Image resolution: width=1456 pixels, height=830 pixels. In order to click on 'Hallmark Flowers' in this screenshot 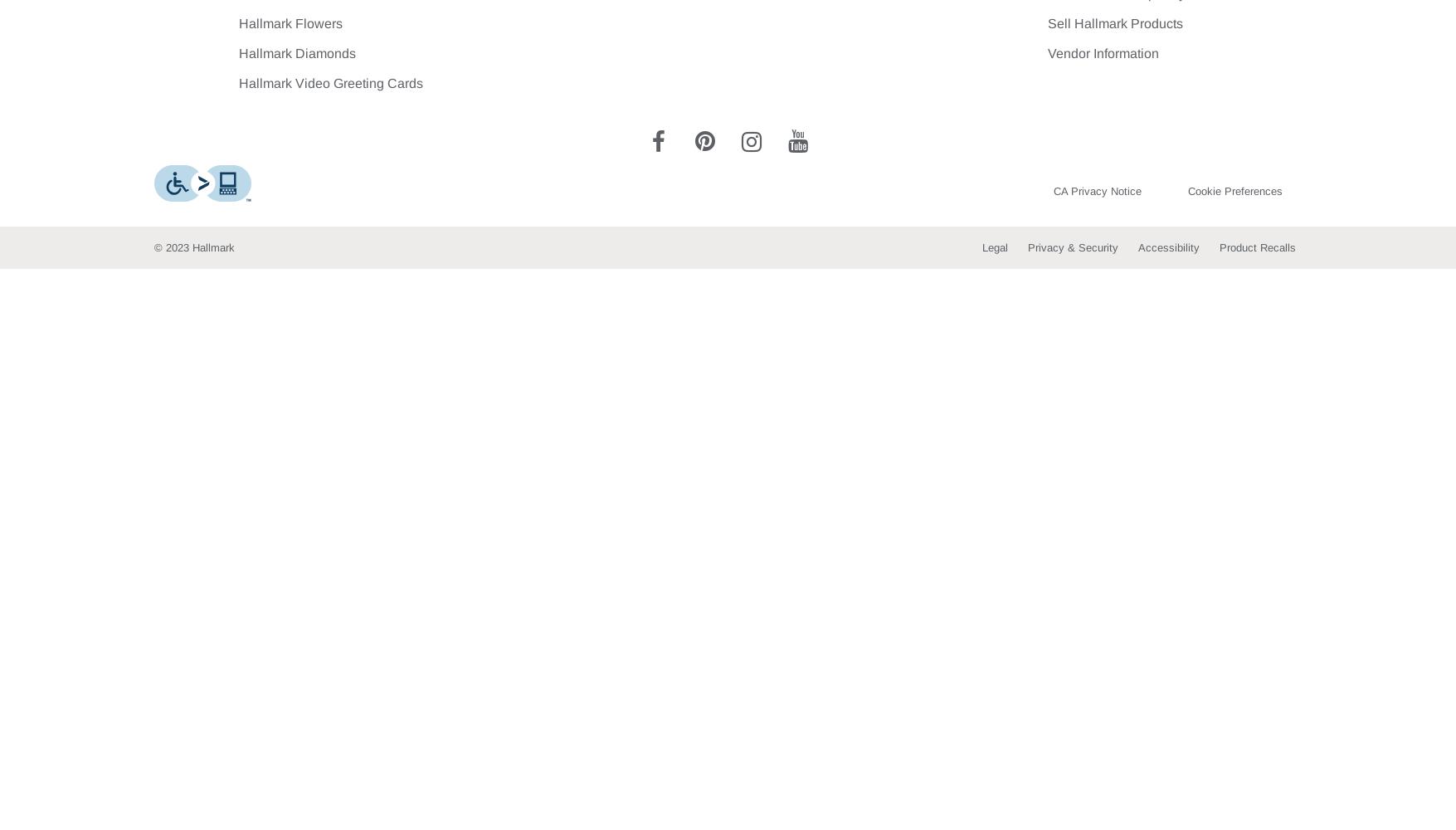, I will do `click(290, 23)`.